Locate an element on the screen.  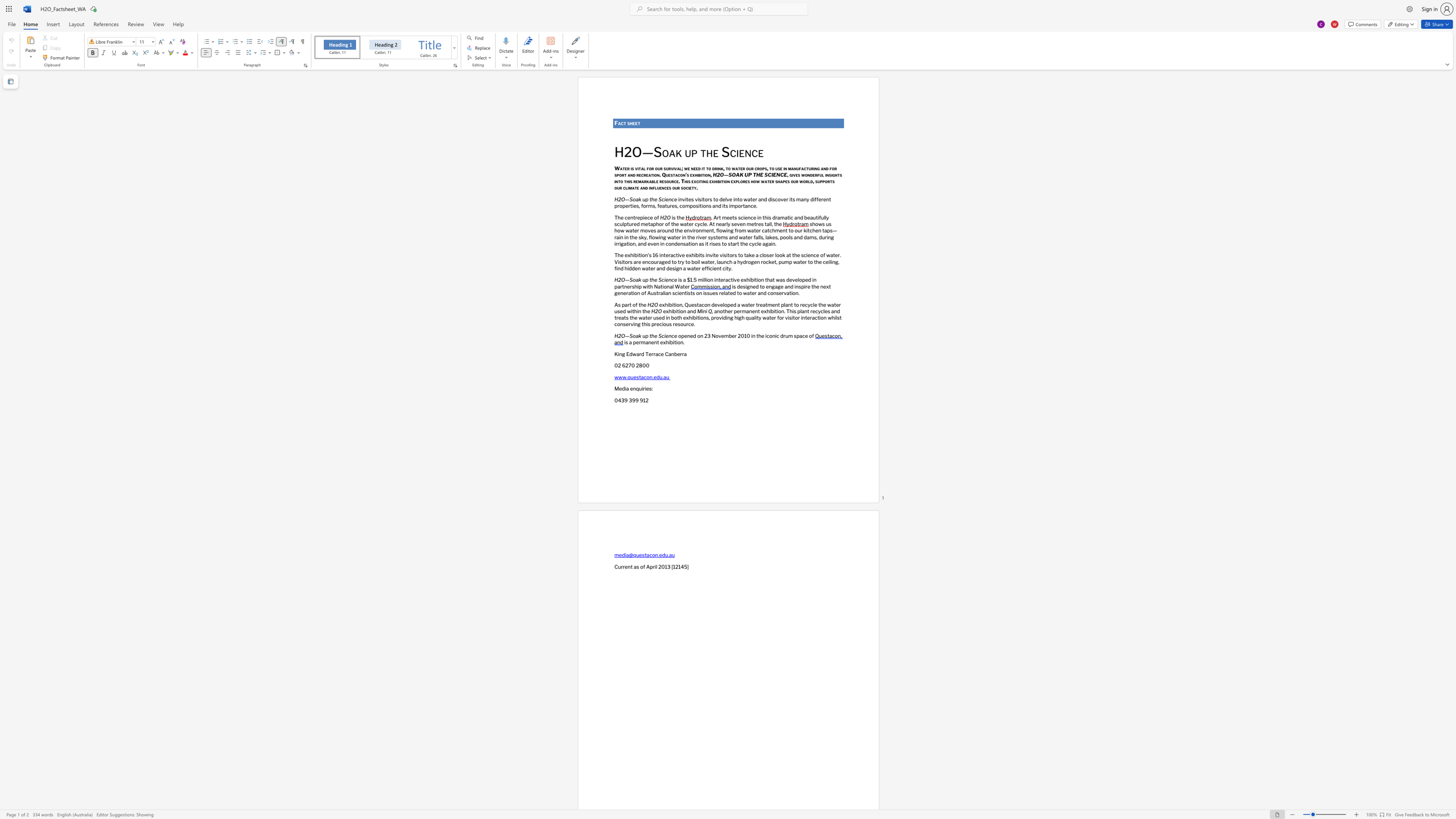
the subset text "the" within the text "opened on 23 November 2010 in the iconic drum space of" is located at coordinates (756, 335).